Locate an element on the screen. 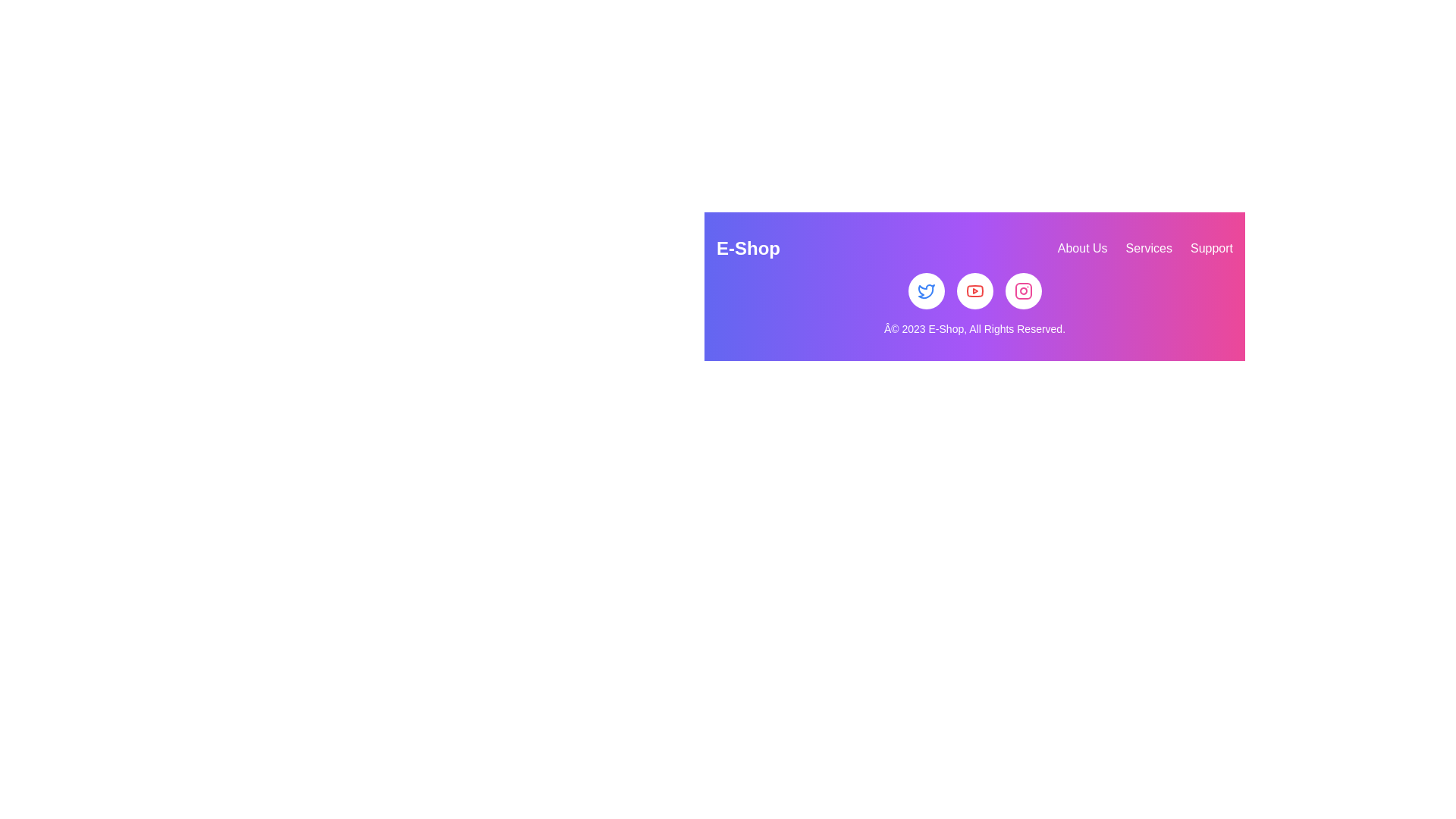 Image resolution: width=1456 pixels, height=819 pixels. the 'Services' link within the Navigation links group in the footer bar is located at coordinates (1145, 247).